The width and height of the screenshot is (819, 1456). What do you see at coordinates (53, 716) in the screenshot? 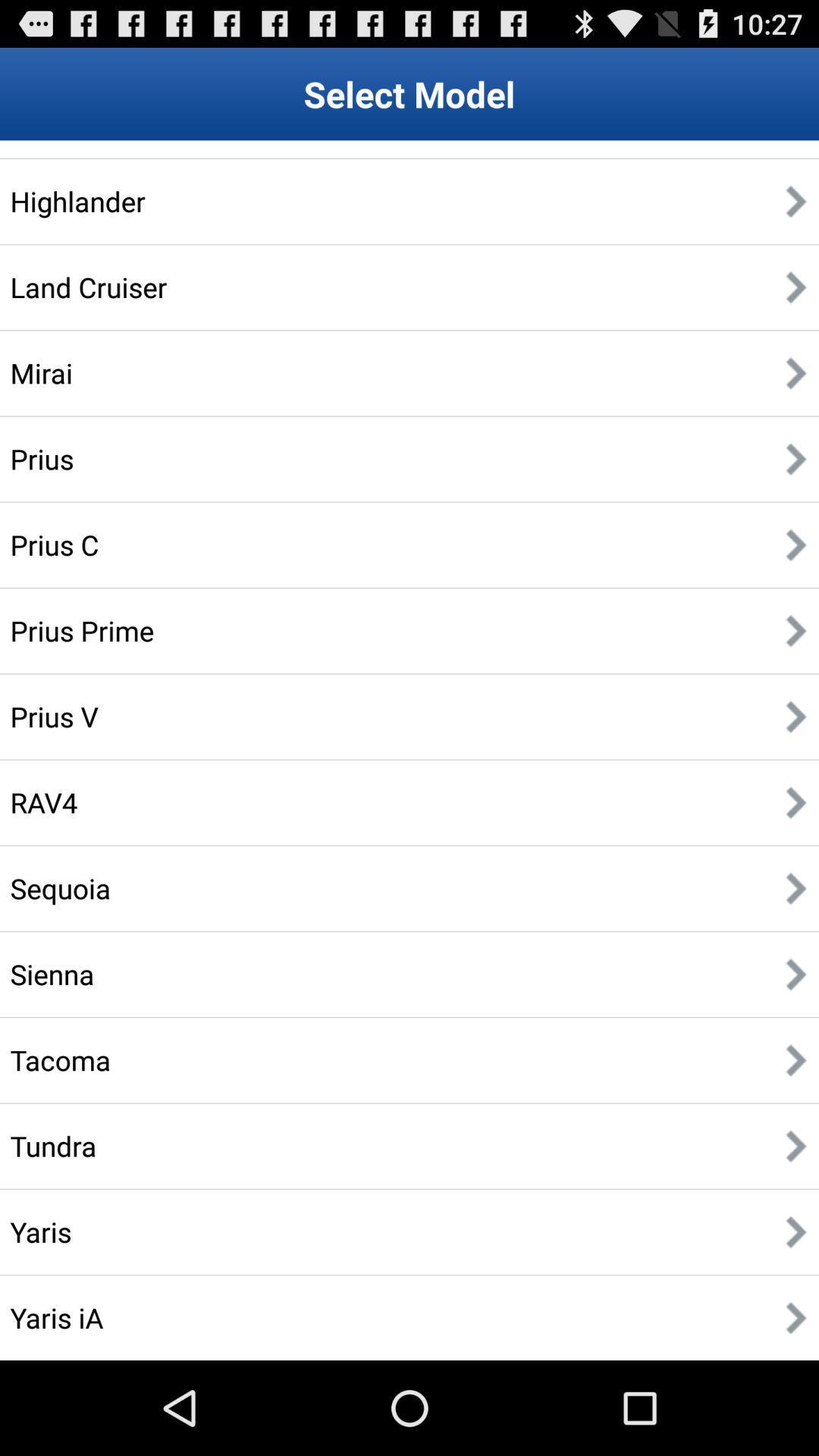
I see `the icon above rav4 icon` at bounding box center [53, 716].